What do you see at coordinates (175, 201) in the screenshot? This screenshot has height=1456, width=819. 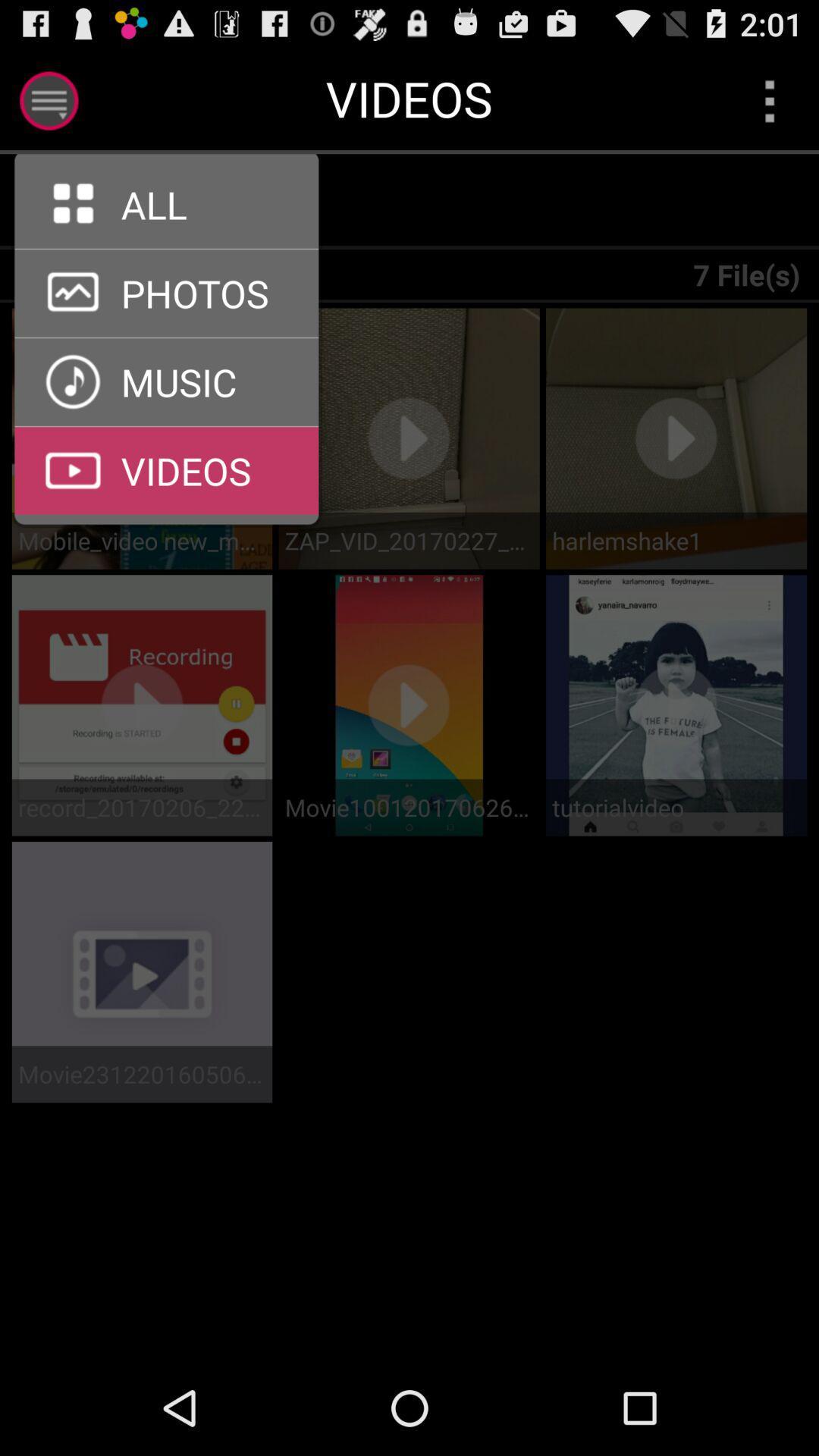 I see `all items` at bounding box center [175, 201].